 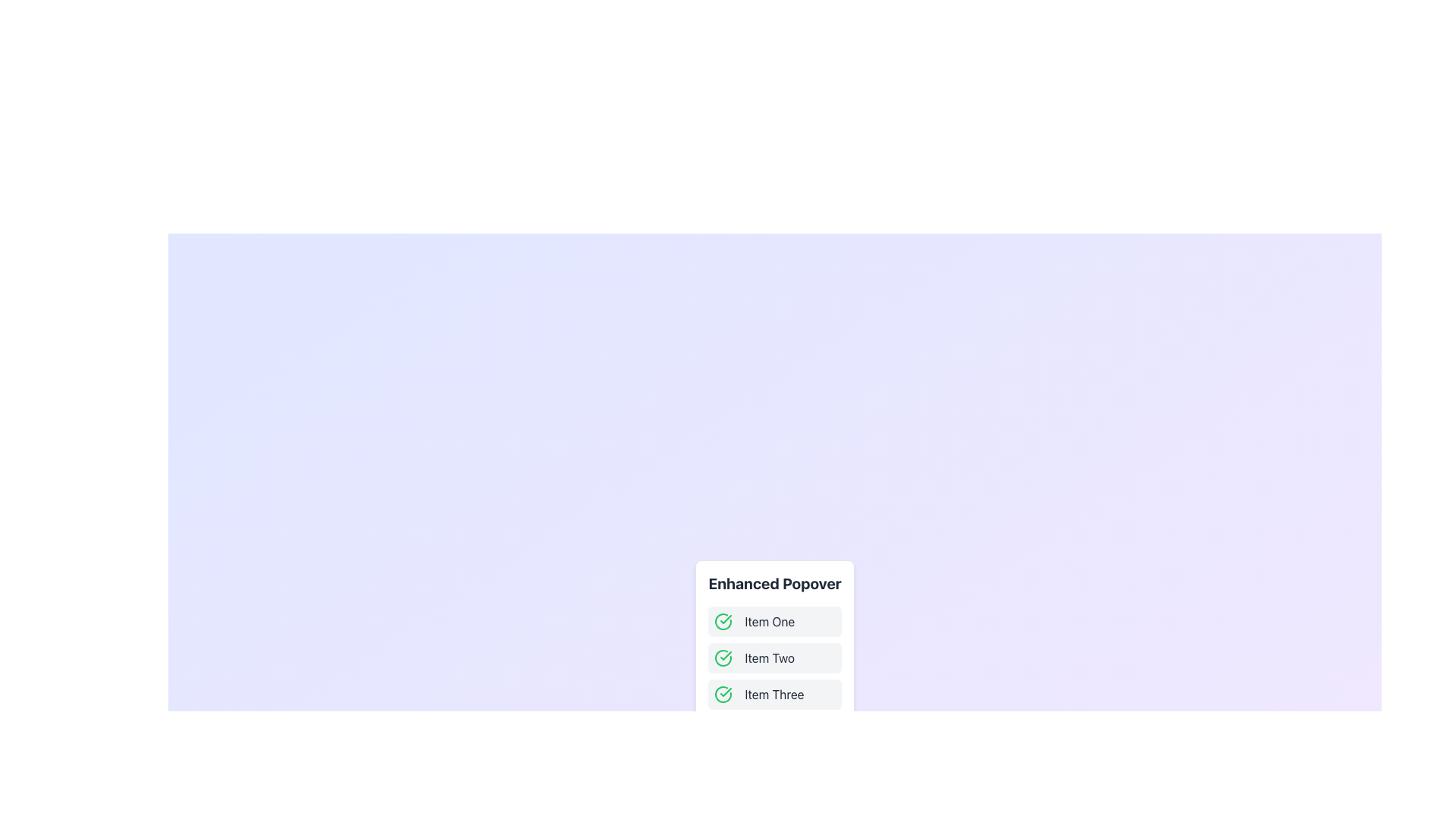 I want to click on the second list item labeled 'Item Two' under the 'Enhanced Popover' heading, so click(x=775, y=657).